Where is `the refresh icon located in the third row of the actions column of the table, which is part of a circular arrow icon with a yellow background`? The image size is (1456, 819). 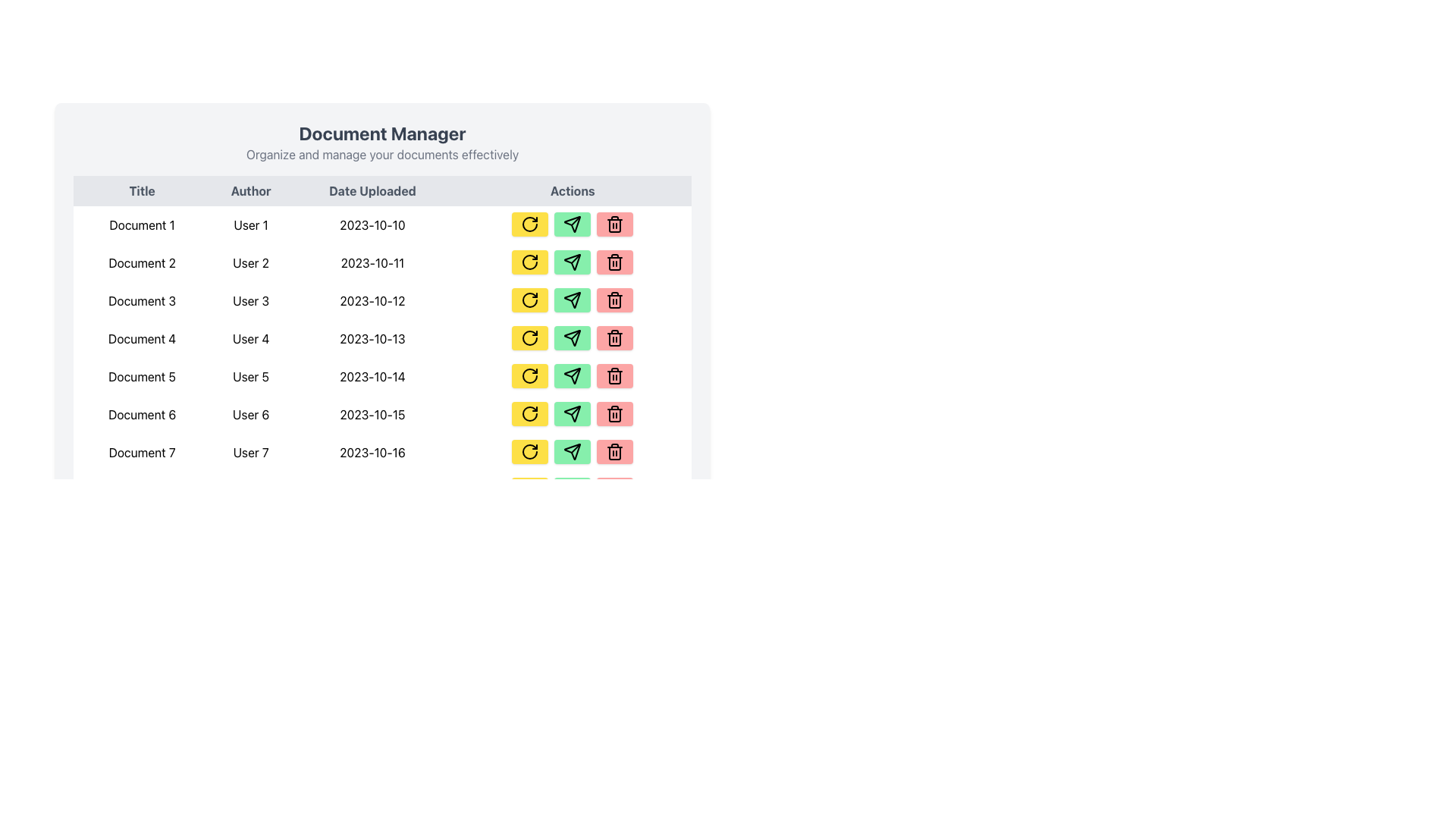
the refresh icon located in the third row of the actions column of the table, which is part of a circular arrow icon with a yellow background is located at coordinates (530, 300).